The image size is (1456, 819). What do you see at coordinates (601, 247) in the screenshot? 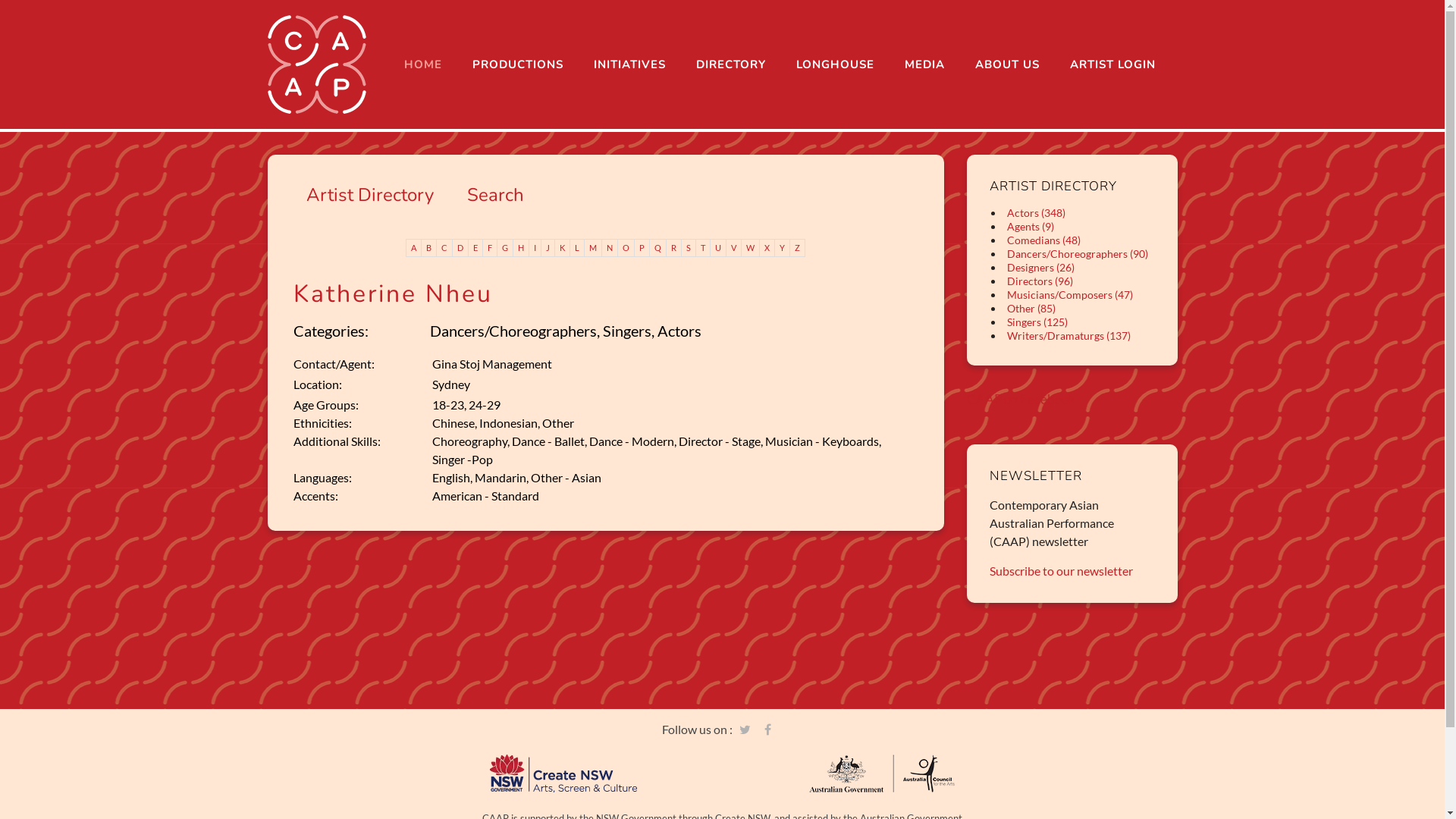
I see `'N'` at bounding box center [601, 247].